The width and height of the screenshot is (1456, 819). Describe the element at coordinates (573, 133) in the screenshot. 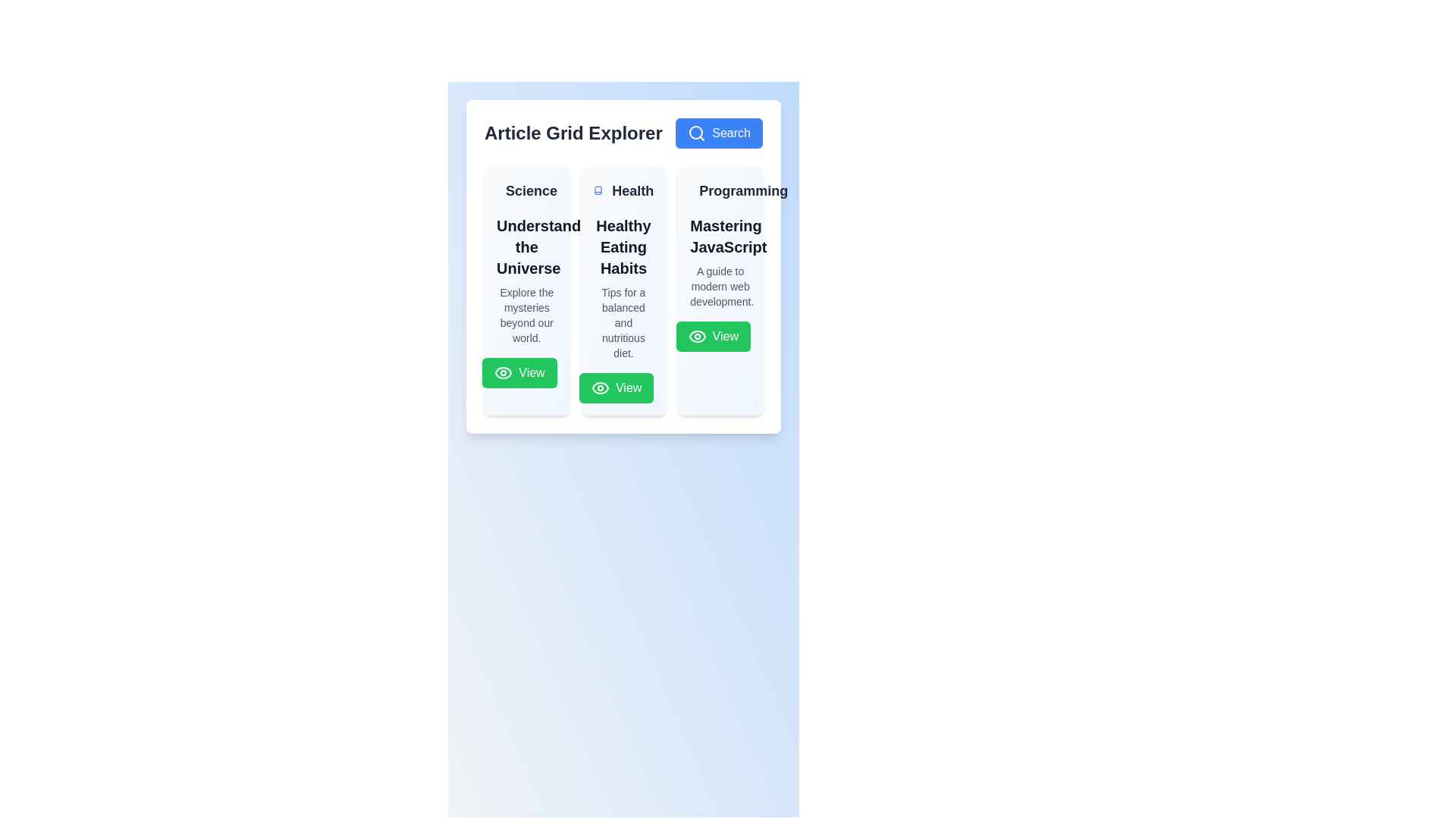

I see `the 'Article Grid Explorer' text label, which is a bold and large font size label displayed in dark gray color at the top of the layout` at that location.